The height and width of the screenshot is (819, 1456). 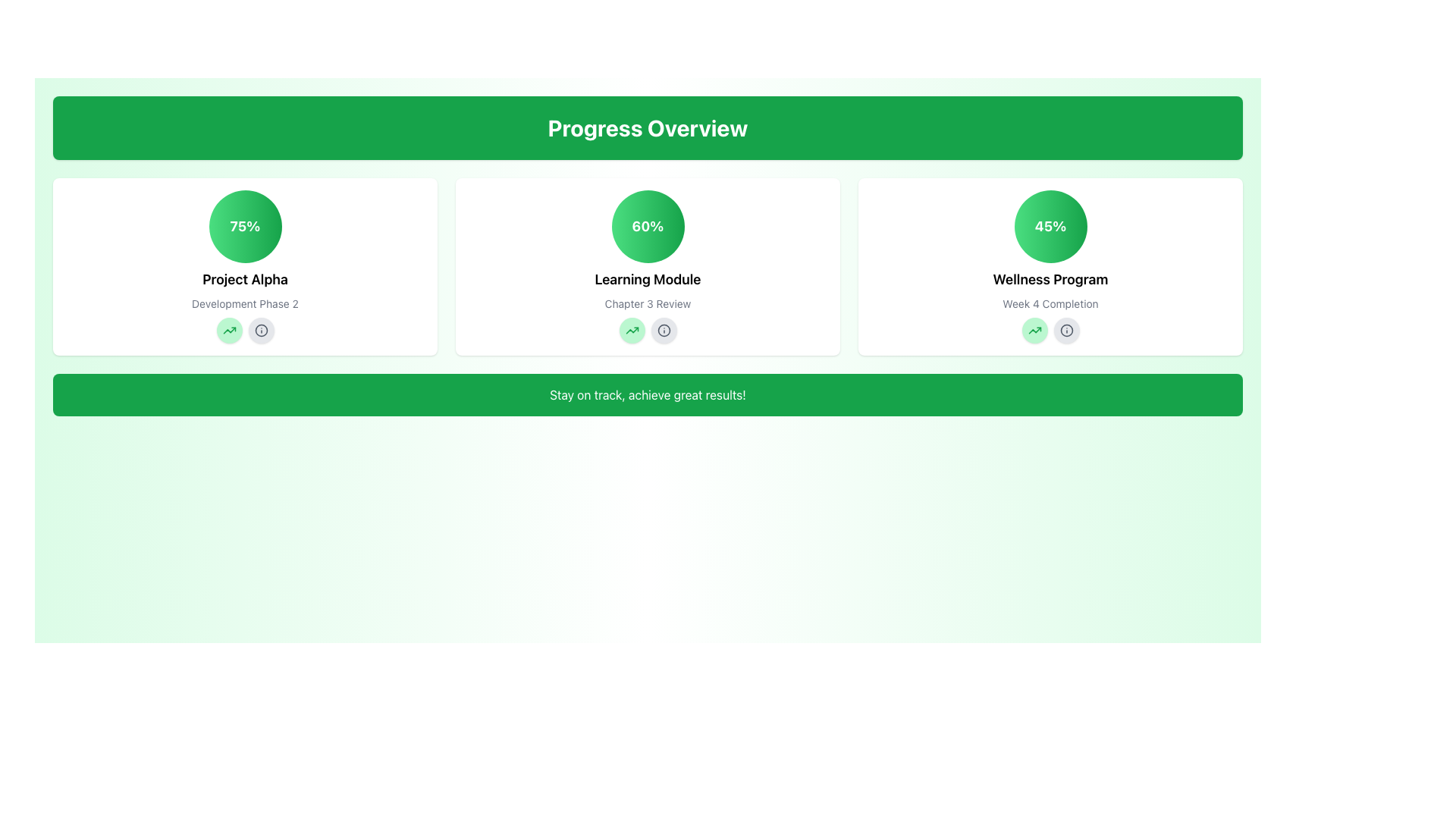 What do you see at coordinates (632, 329) in the screenshot?
I see `the circular button with a green upward trending arrow icon located below the 'Learning Module' card in the 'Progress Overview' section` at bounding box center [632, 329].